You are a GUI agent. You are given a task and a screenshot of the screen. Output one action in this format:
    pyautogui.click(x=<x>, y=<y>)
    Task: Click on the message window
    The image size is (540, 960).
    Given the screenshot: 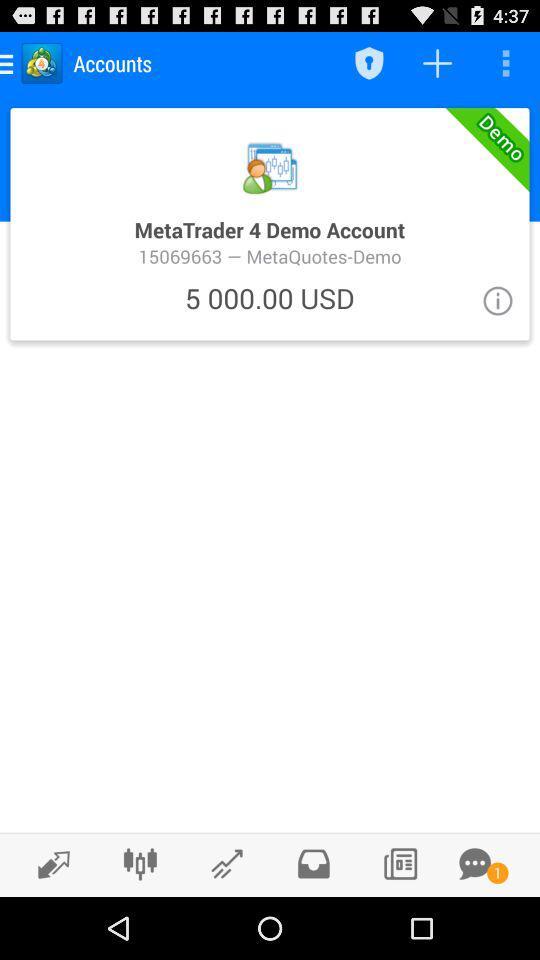 What is the action you would take?
    pyautogui.click(x=474, y=863)
    